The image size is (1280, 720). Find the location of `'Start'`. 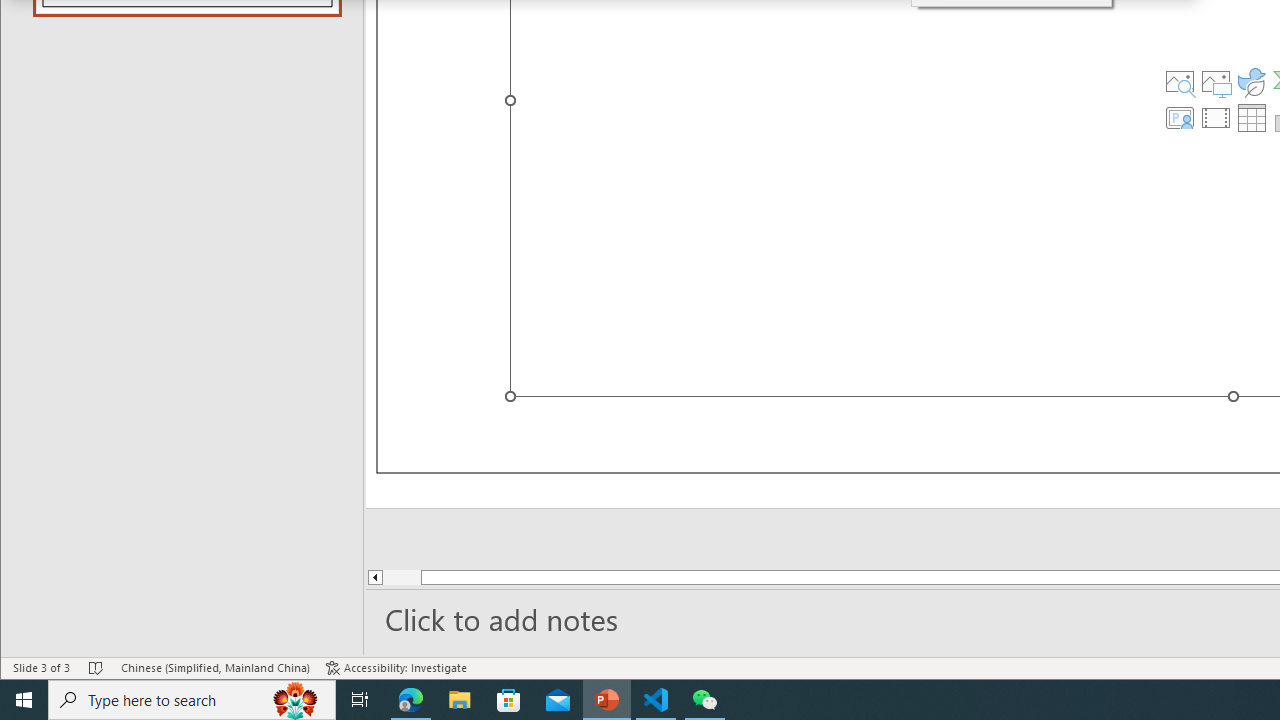

'Start' is located at coordinates (24, 698).